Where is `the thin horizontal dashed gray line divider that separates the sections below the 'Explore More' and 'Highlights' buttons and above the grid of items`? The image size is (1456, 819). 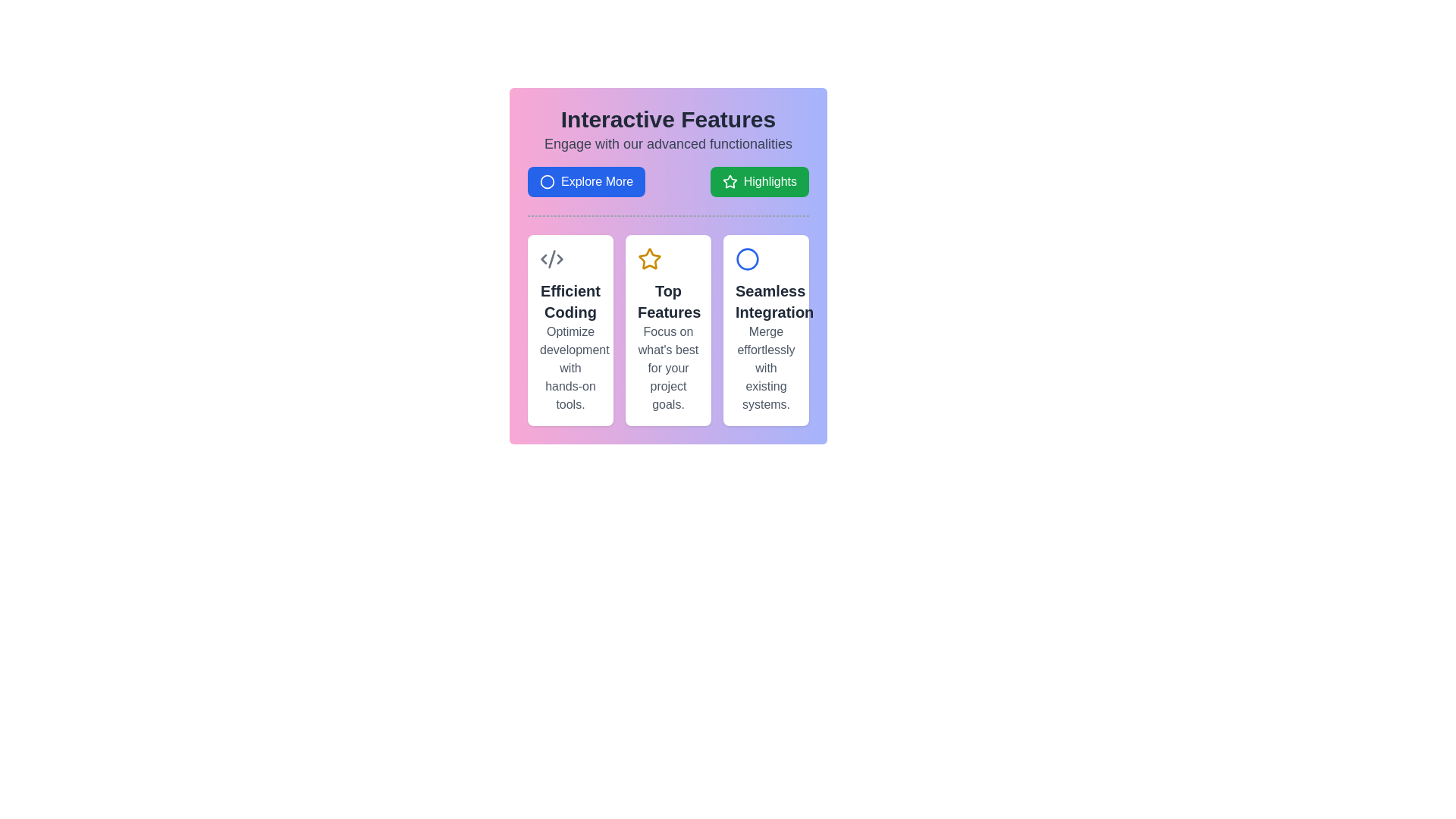
the thin horizontal dashed gray line divider that separates the sections below the 'Explore More' and 'Highlights' buttons and above the grid of items is located at coordinates (667, 216).